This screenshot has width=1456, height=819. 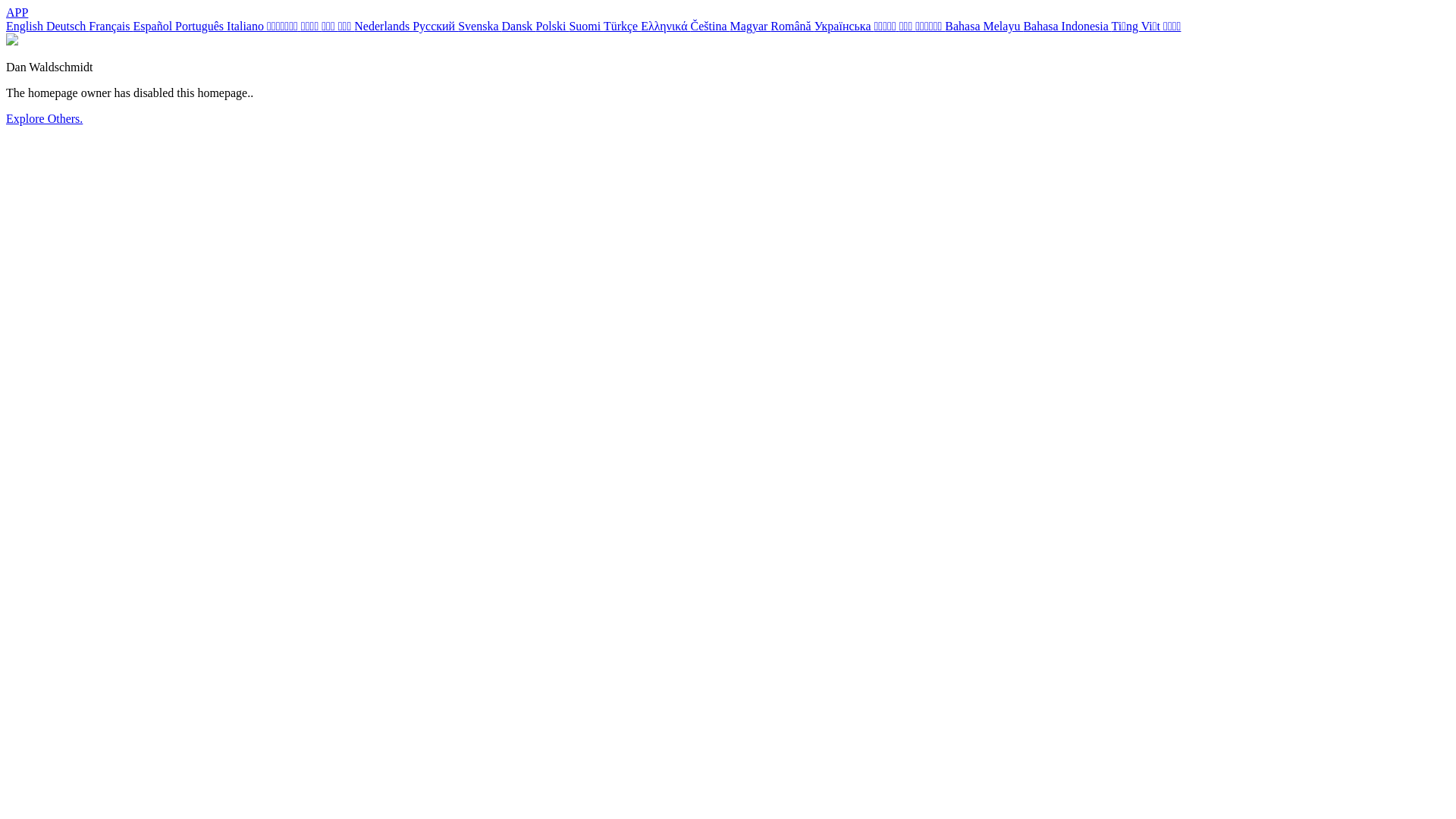 What do you see at coordinates (225, 26) in the screenshot?
I see `'Italiano'` at bounding box center [225, 26].